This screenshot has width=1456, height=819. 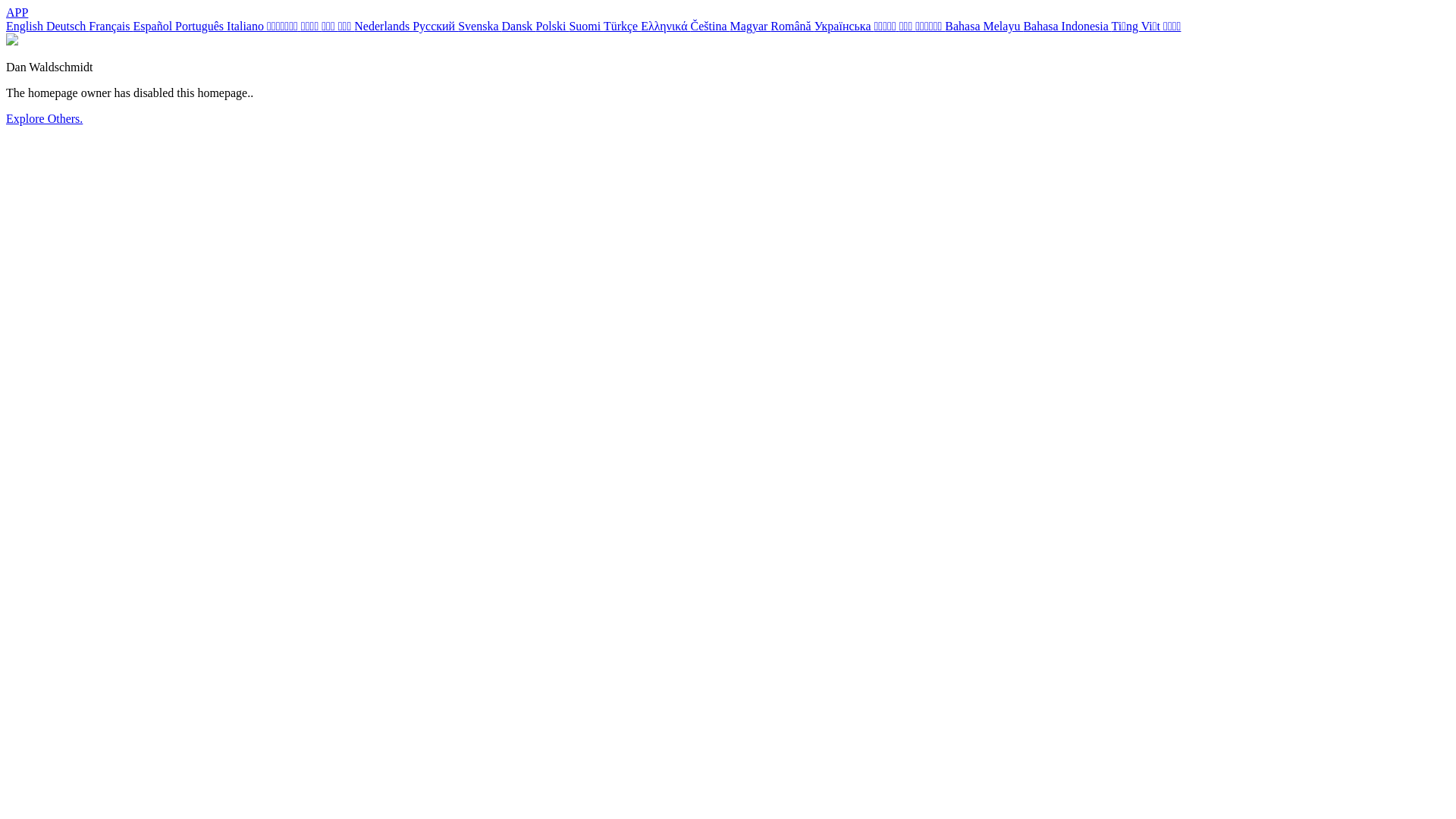 What do you see at coordinates (225, 26) in the screenshot?
I see `'Italiano'` at bounding box center [225, 26].